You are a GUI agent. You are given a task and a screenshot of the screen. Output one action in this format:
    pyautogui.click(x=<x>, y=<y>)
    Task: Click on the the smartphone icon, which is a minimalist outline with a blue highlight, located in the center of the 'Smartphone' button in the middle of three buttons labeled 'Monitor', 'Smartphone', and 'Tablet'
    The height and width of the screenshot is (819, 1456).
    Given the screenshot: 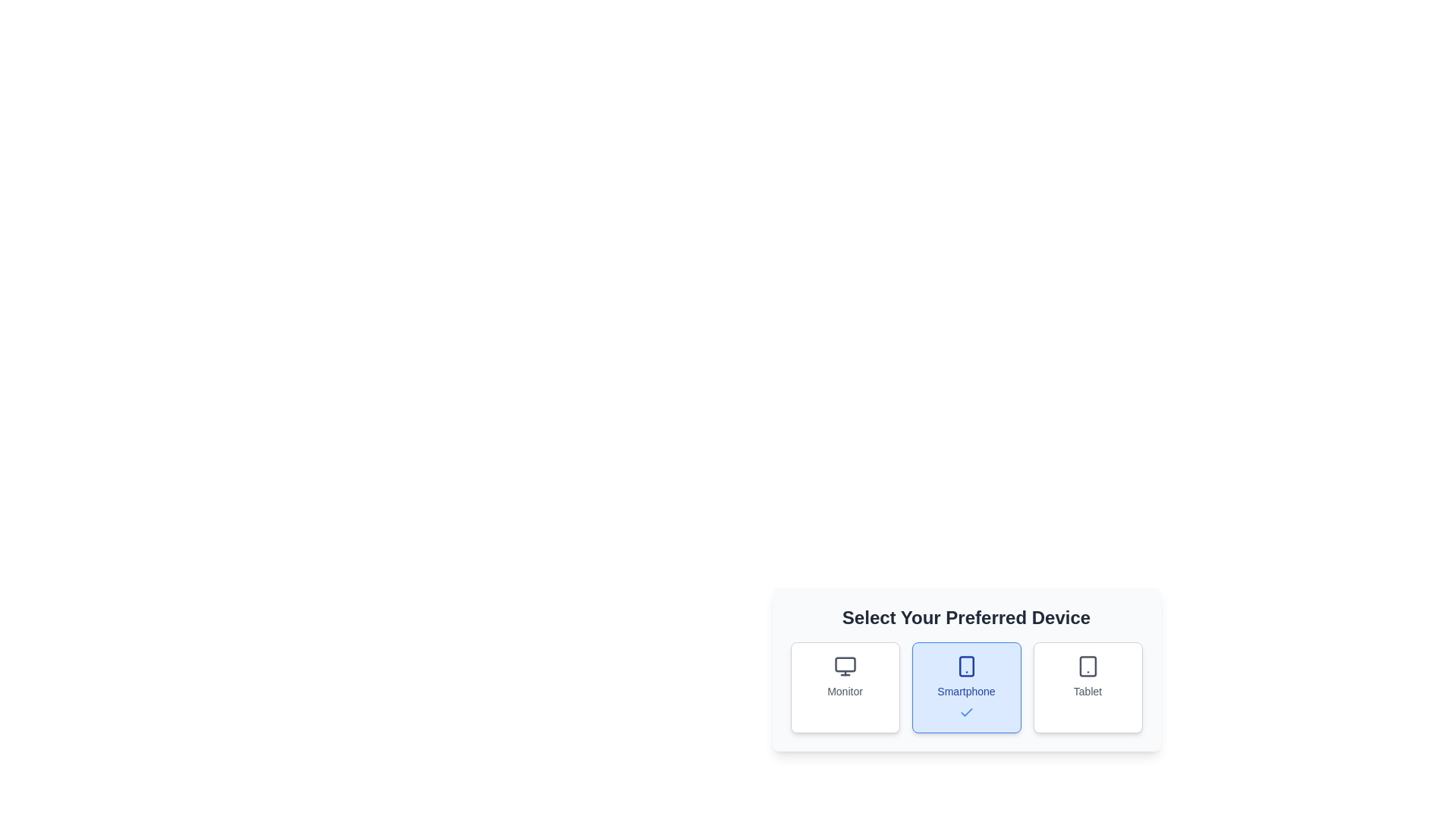 What is the action you would take?
    pyautogui.click(x=965, y=666)
    